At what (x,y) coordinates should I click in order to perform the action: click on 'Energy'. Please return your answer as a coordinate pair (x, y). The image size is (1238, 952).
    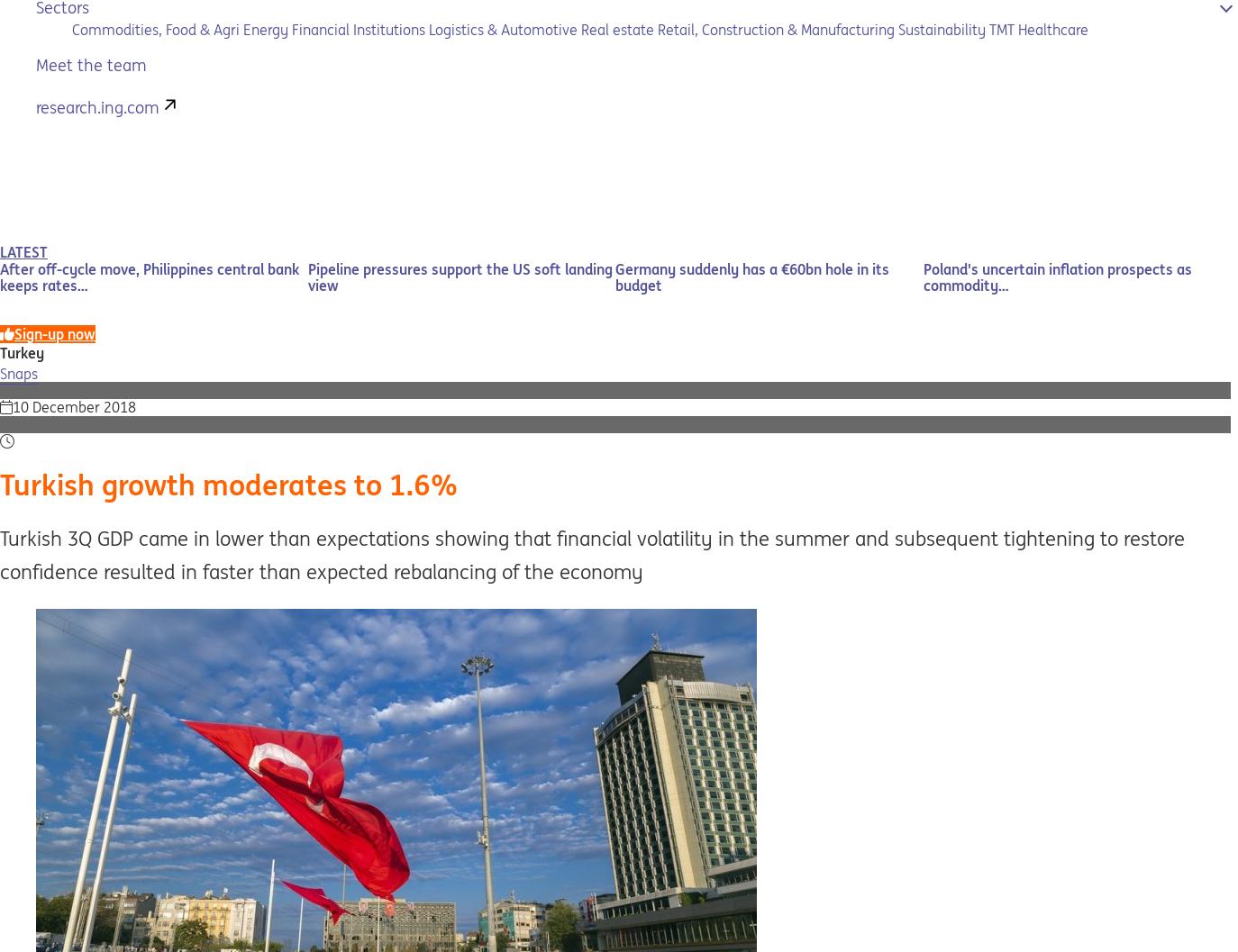
    Looking at the image, I should click on (264, 29).